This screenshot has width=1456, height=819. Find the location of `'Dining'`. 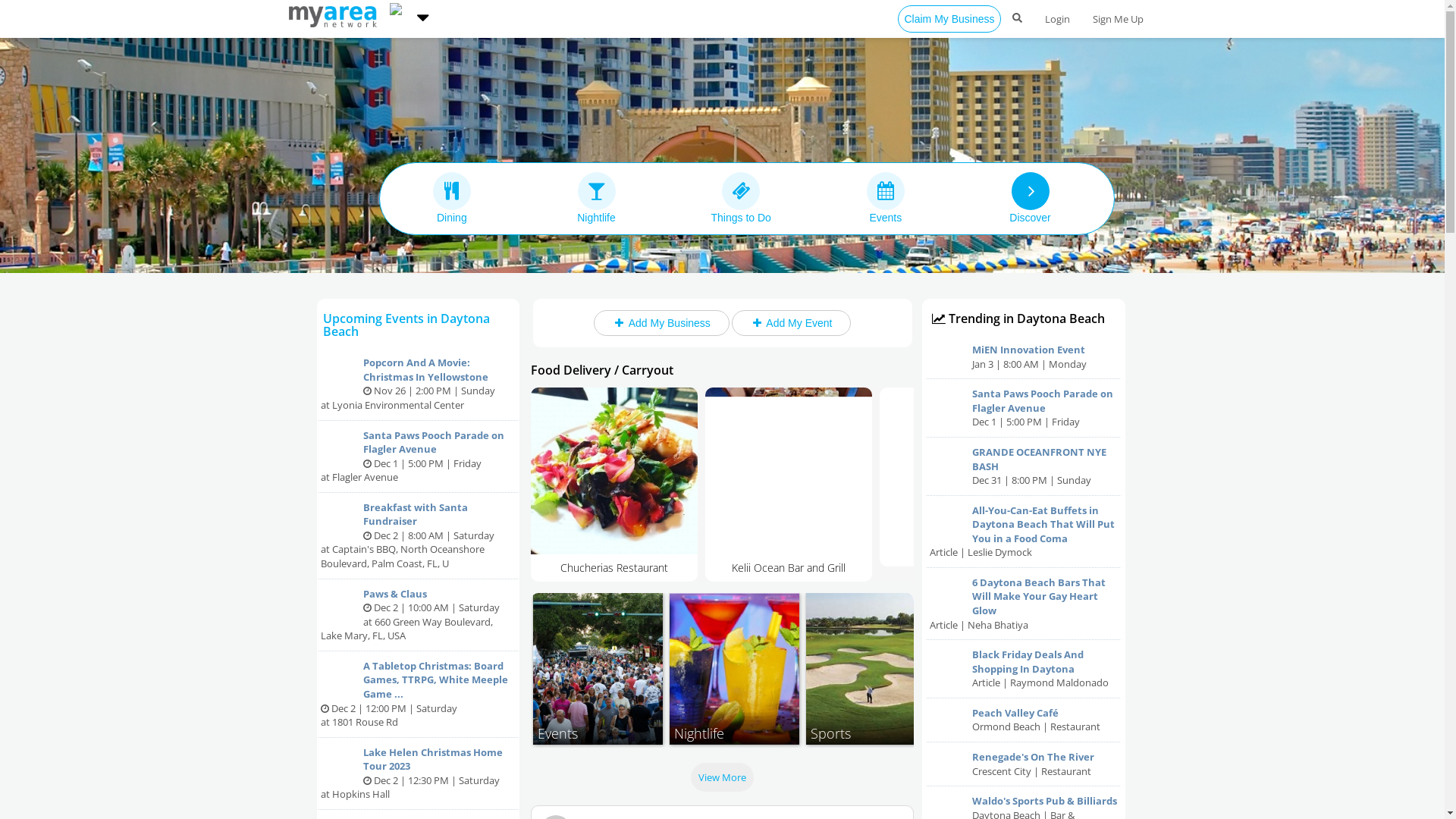

'Dining' is located at coordinates (450, 197).